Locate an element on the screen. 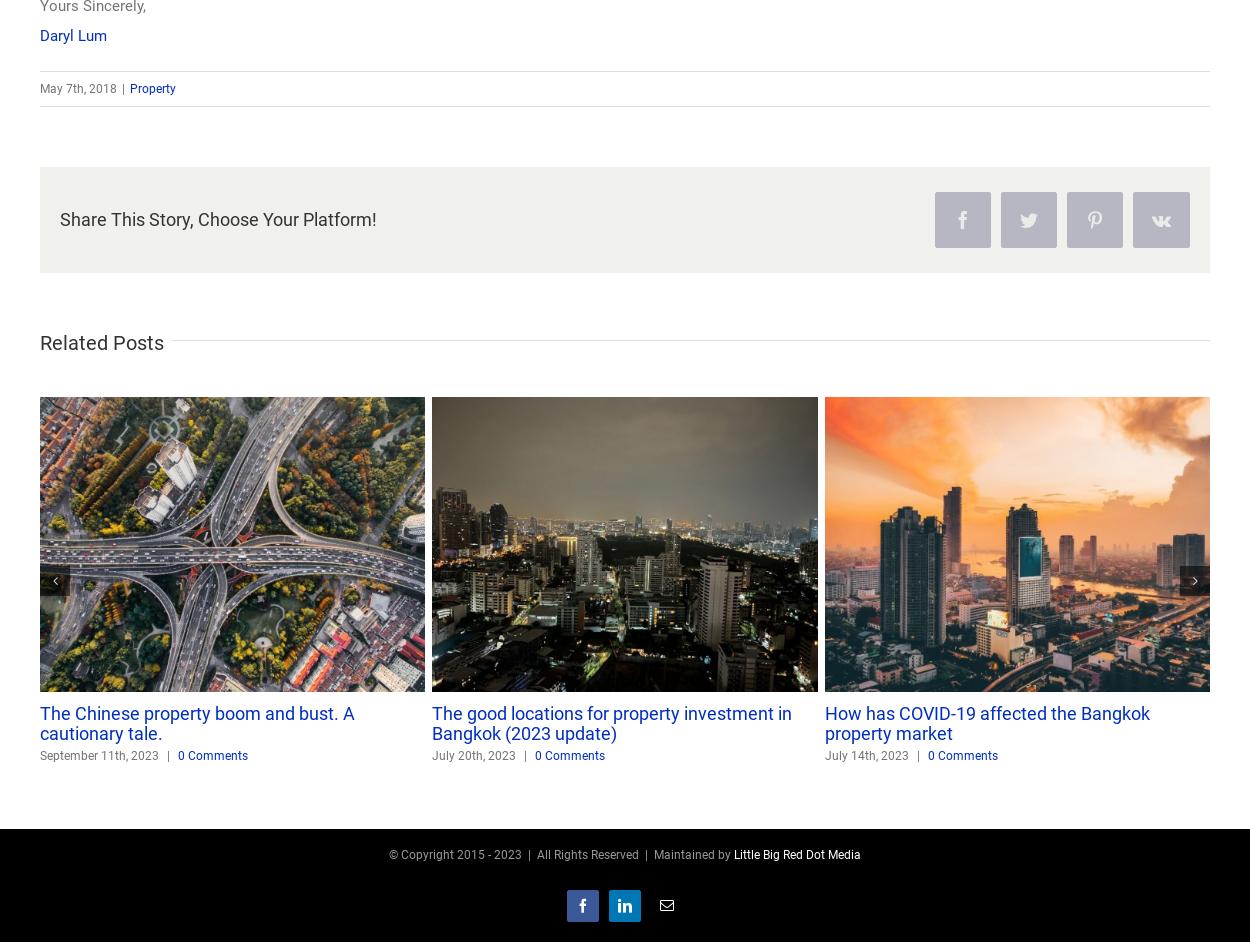 Image resolution: width=1250 pixels, height=942 pixels. 'July 20th, 2023' is located at coordinates (473, 755).